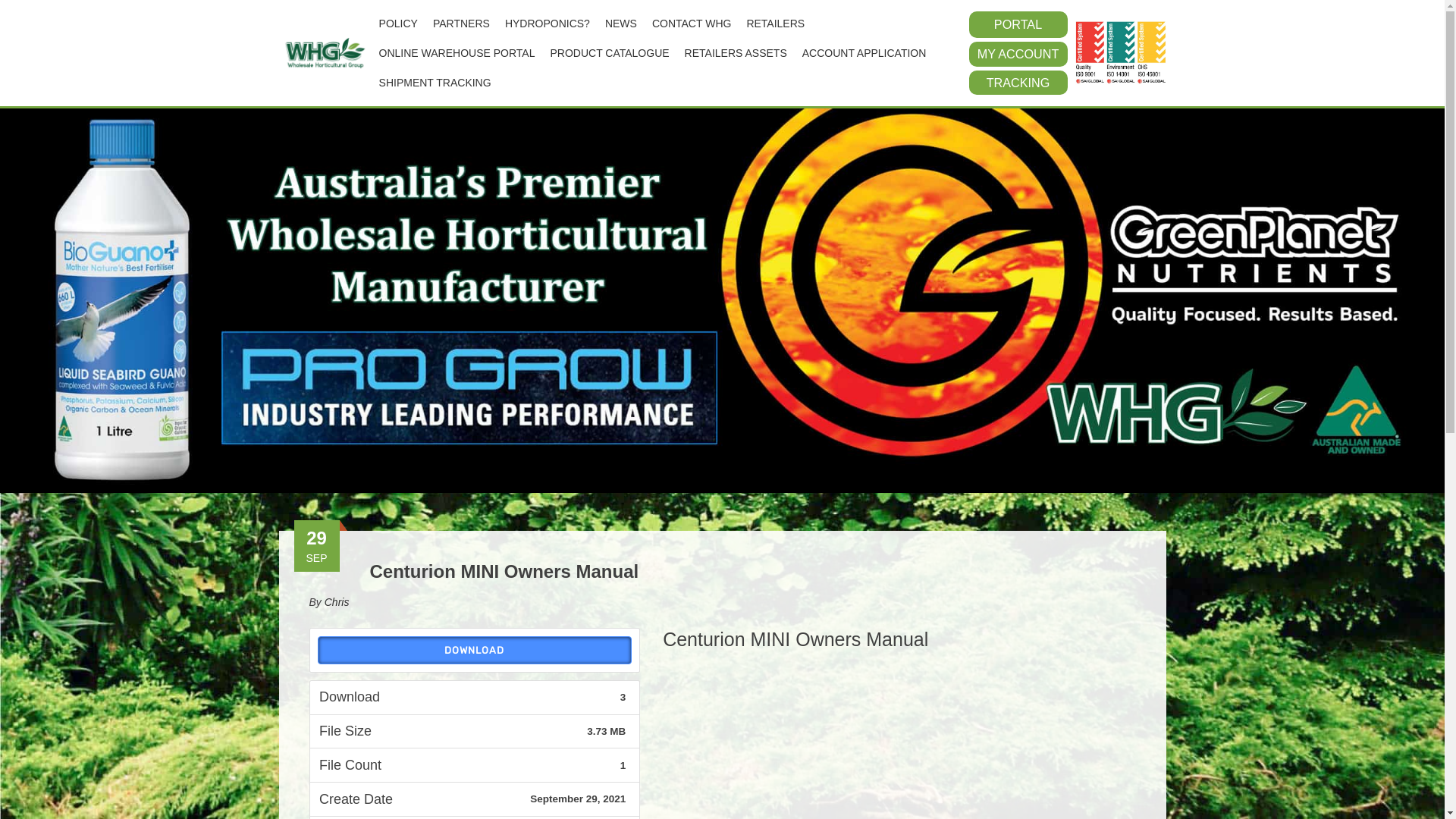 The image size is (1456, 819). I want to click on 'ISO Certified', so click(1074, 52).